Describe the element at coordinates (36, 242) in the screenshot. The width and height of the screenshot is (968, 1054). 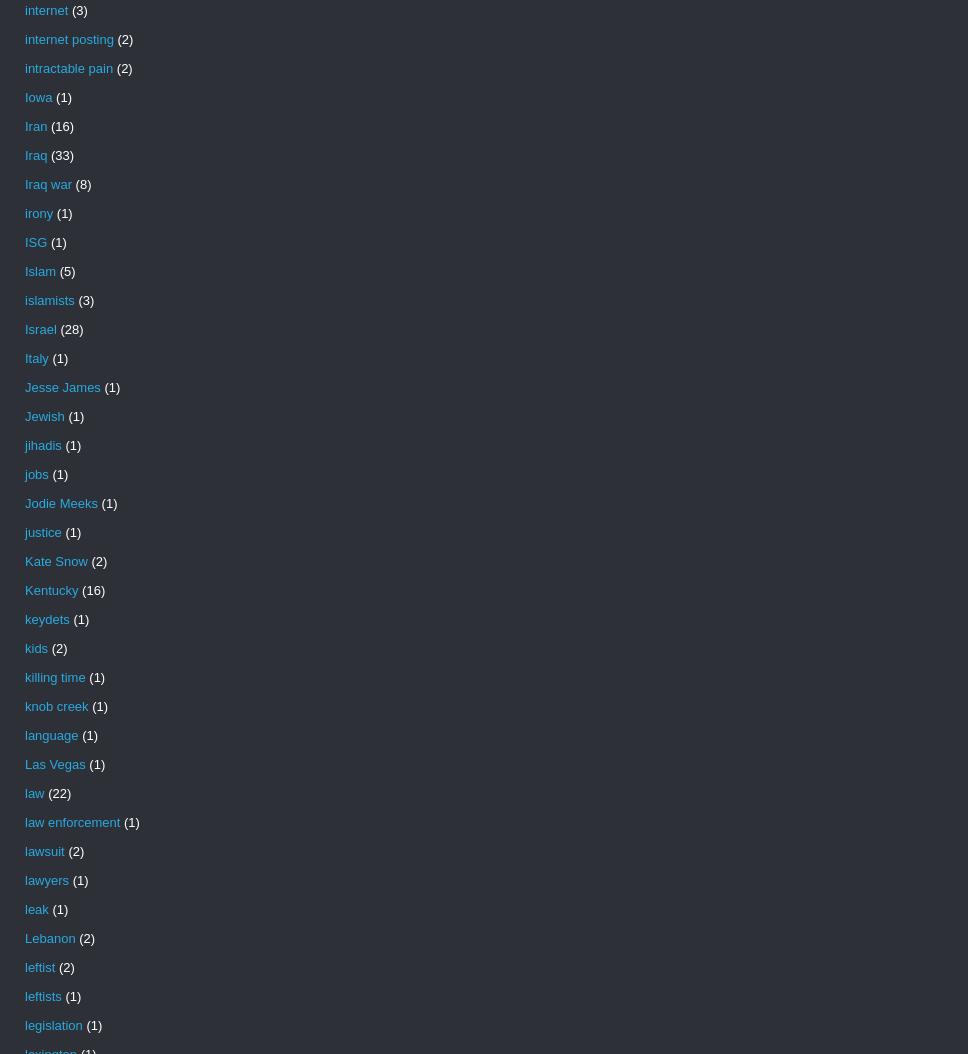
I see `'ISG'` at that location.